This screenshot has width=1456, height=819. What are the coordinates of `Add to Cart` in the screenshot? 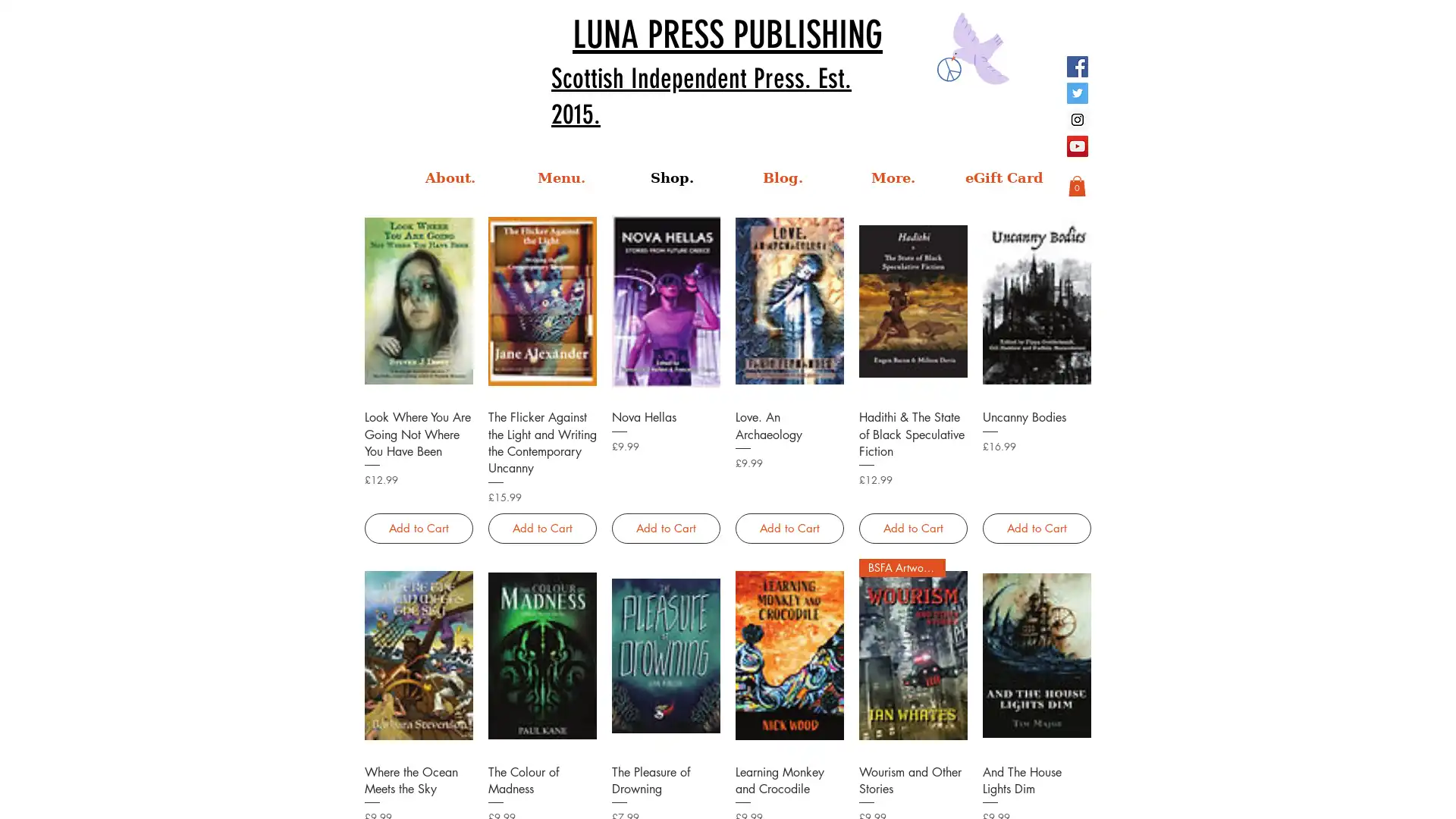 It's located at (541, 527).